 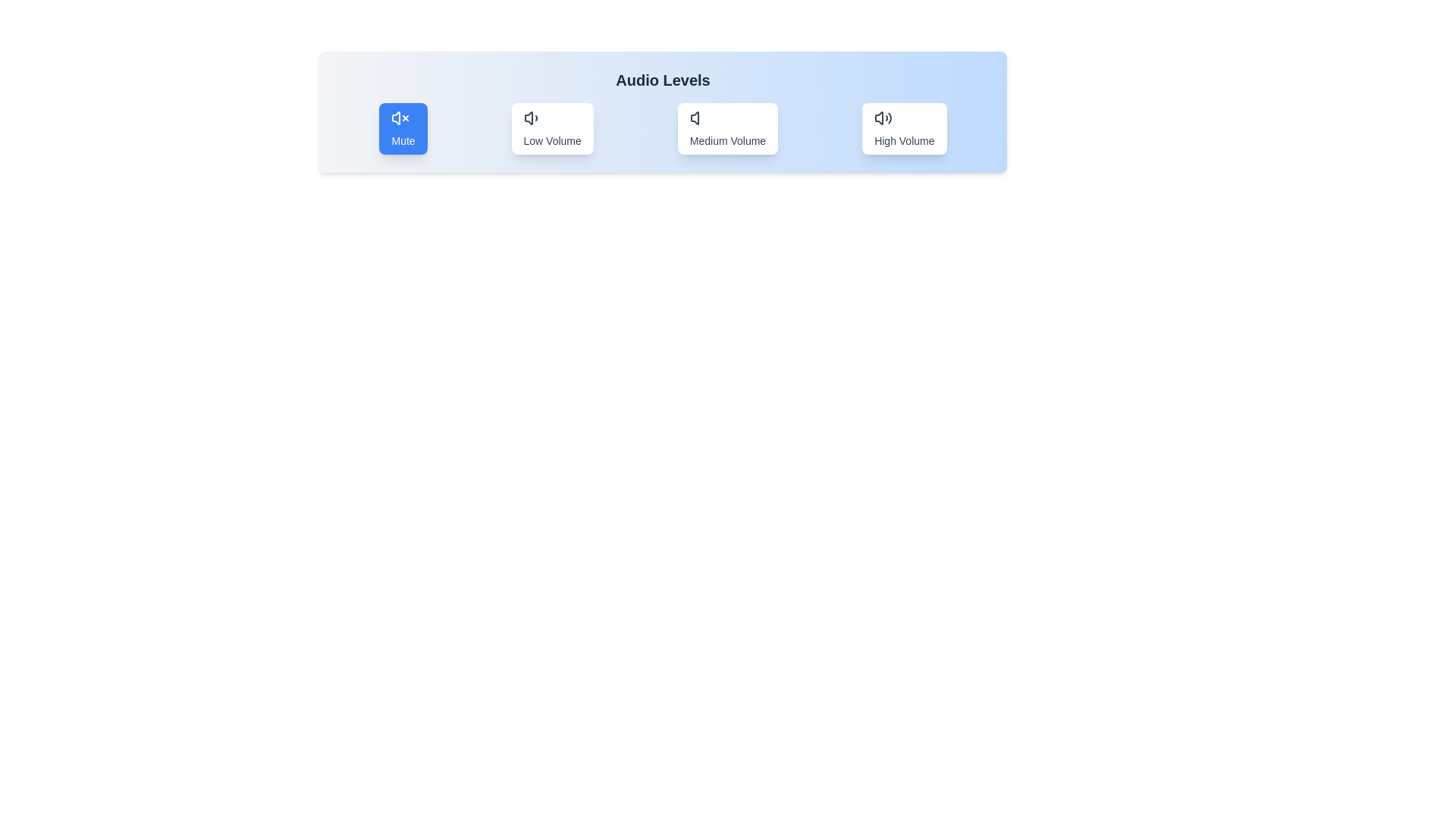 I want to click on the audio mode by clicking on the button corresponding to Mute, so click(x=403, y=127).